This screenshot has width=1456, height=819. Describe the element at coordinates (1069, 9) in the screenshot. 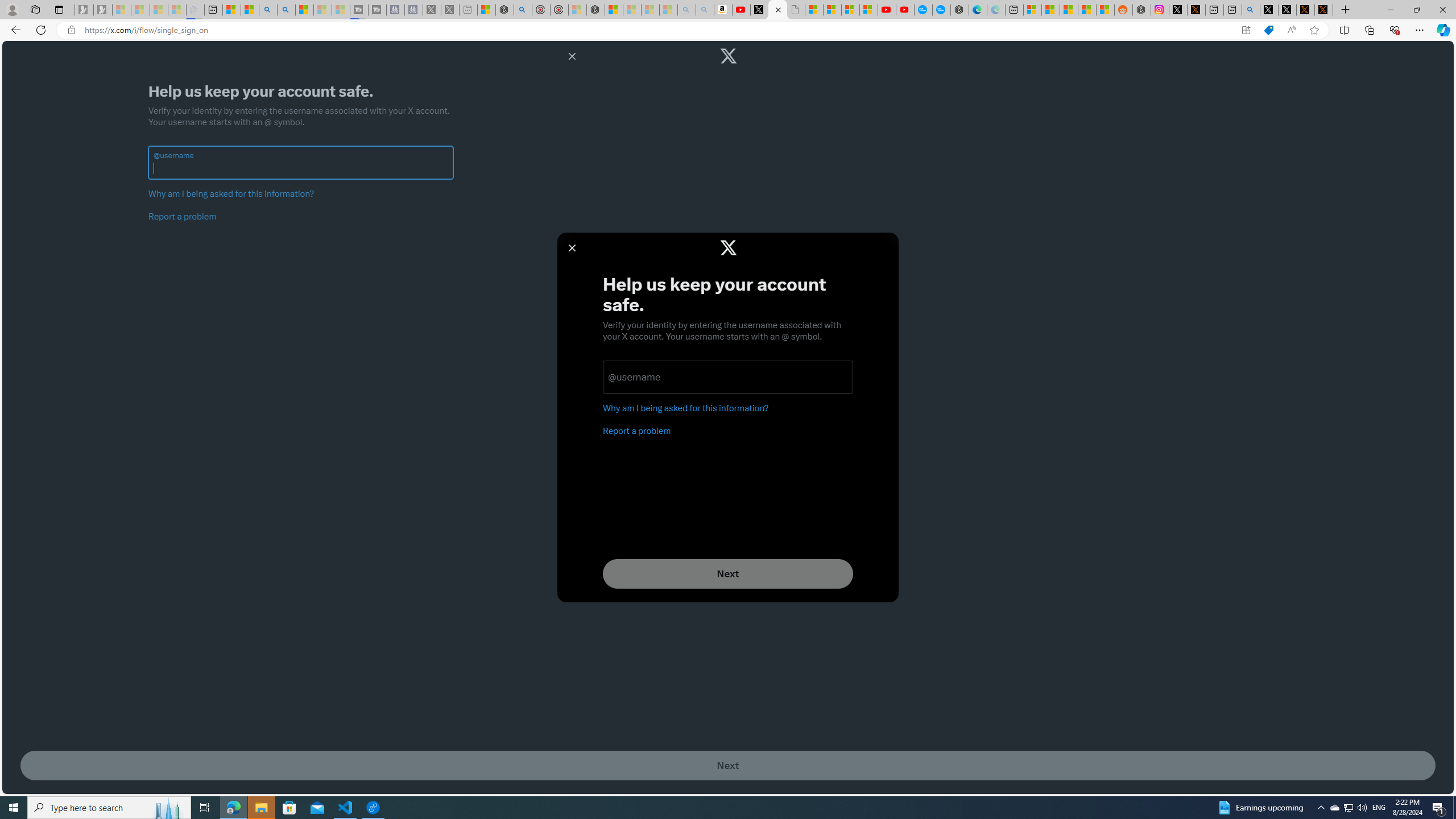

I see `'Shanghai, China hourly forecast | Microsoft Weather'` at that location.